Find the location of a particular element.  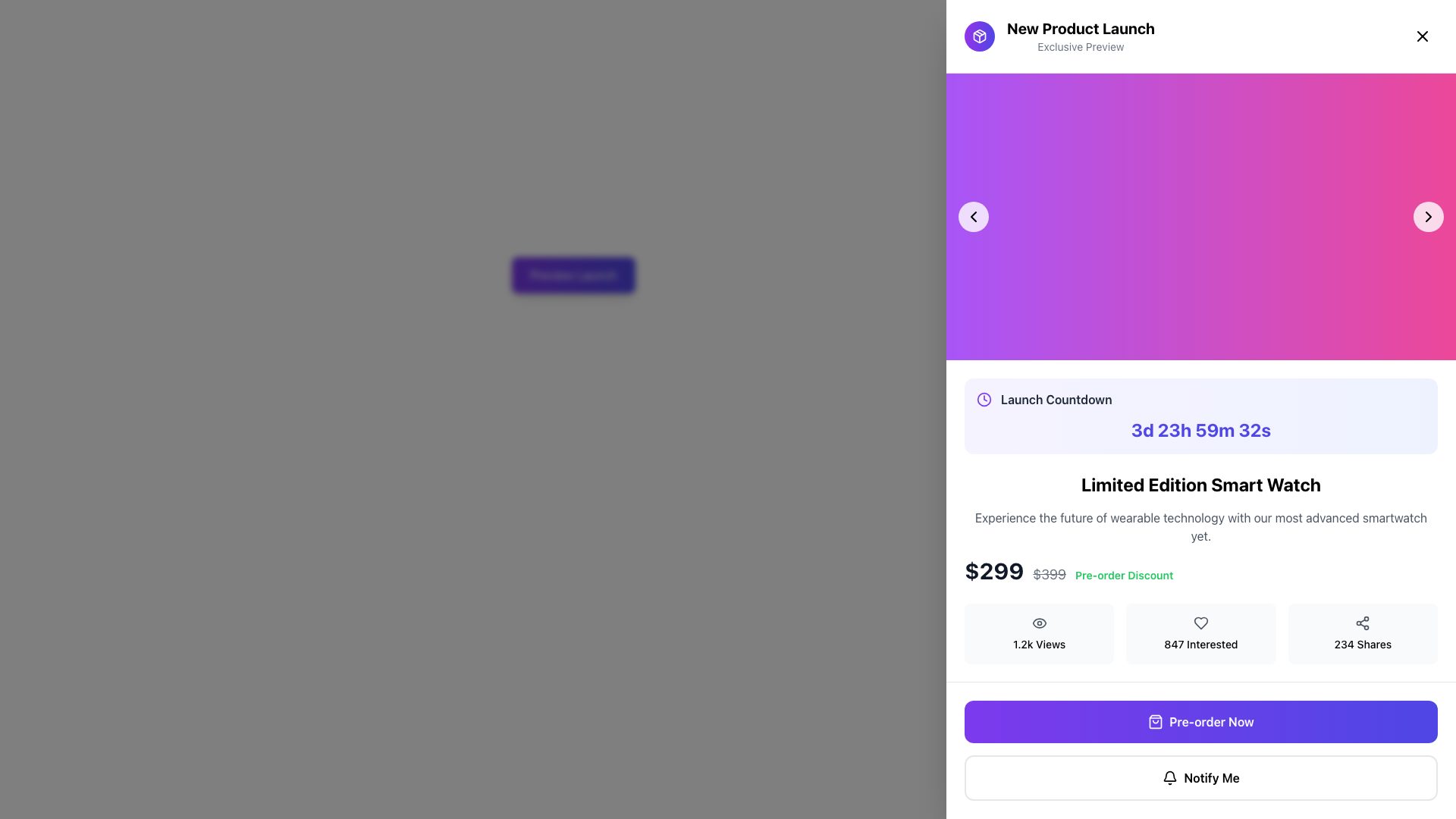

the dismiss button located in the upper-right corner of the 'New Product Launch Exclusive Preview' header section is located at coordinates (1422, 35).